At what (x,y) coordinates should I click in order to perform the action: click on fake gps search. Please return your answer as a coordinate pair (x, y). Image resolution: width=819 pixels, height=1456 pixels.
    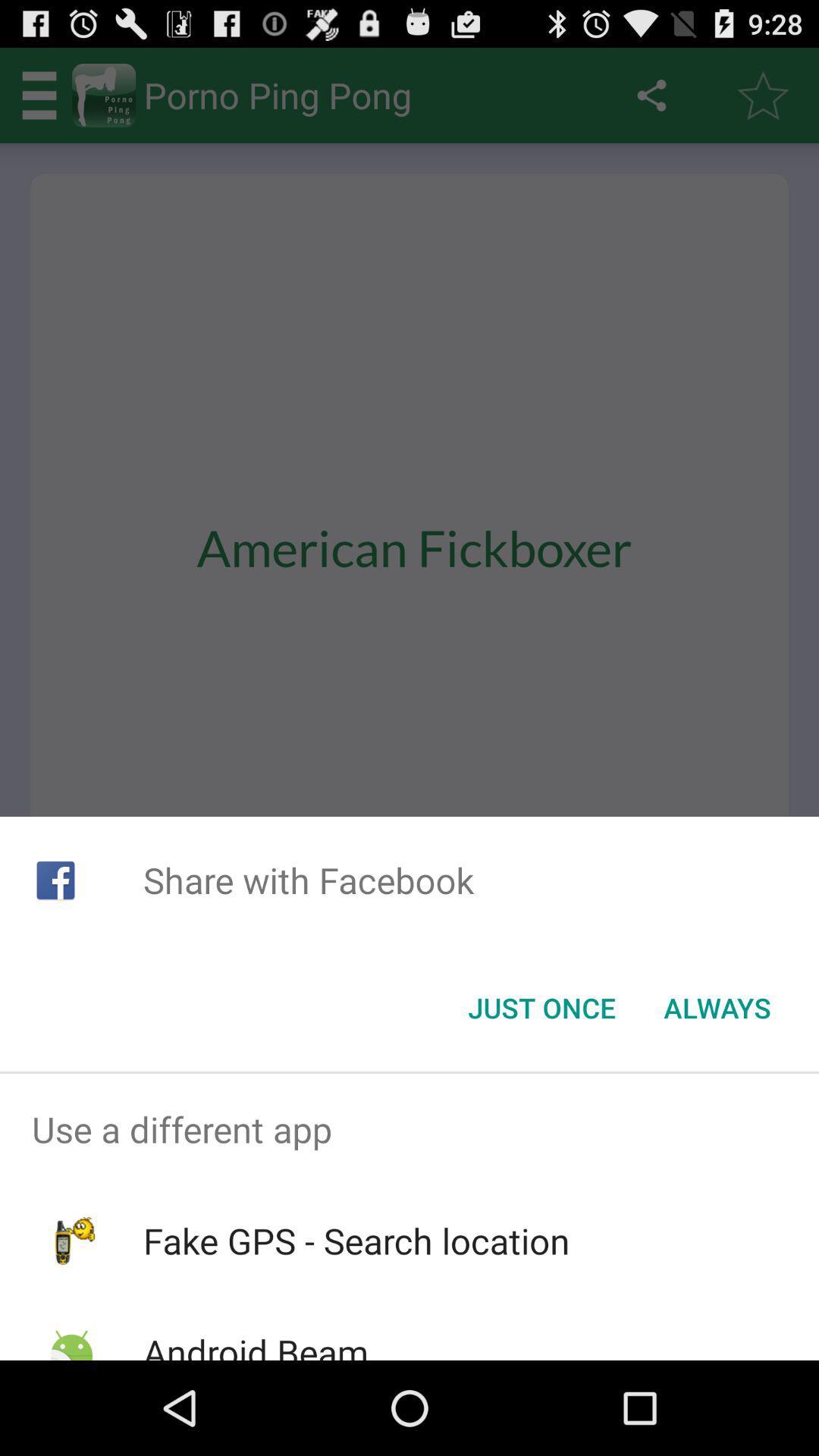
    Looking at the image, I should click on (356, 1241).